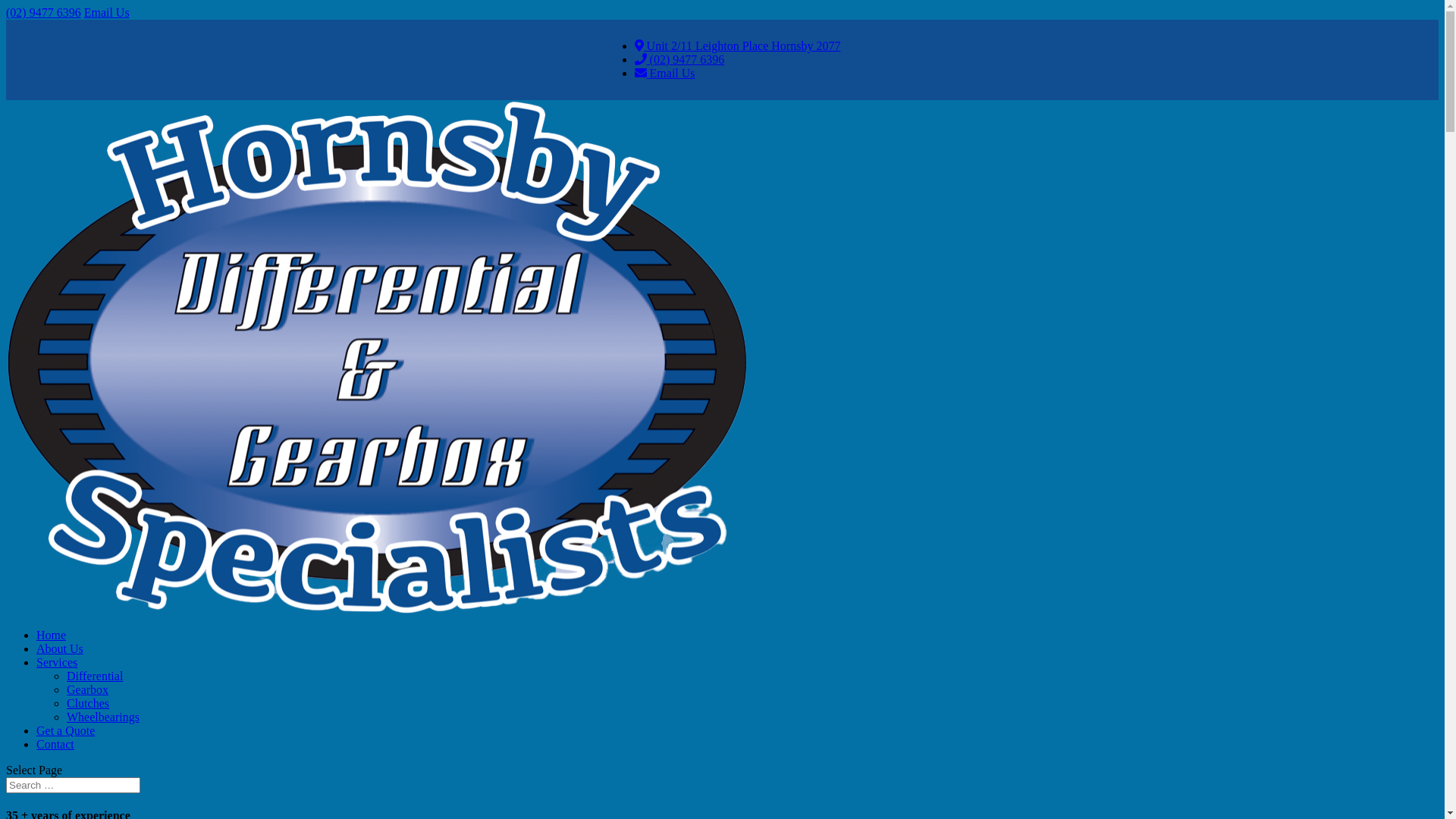  I want to click on 'Get a Quote', so click(64, 730).